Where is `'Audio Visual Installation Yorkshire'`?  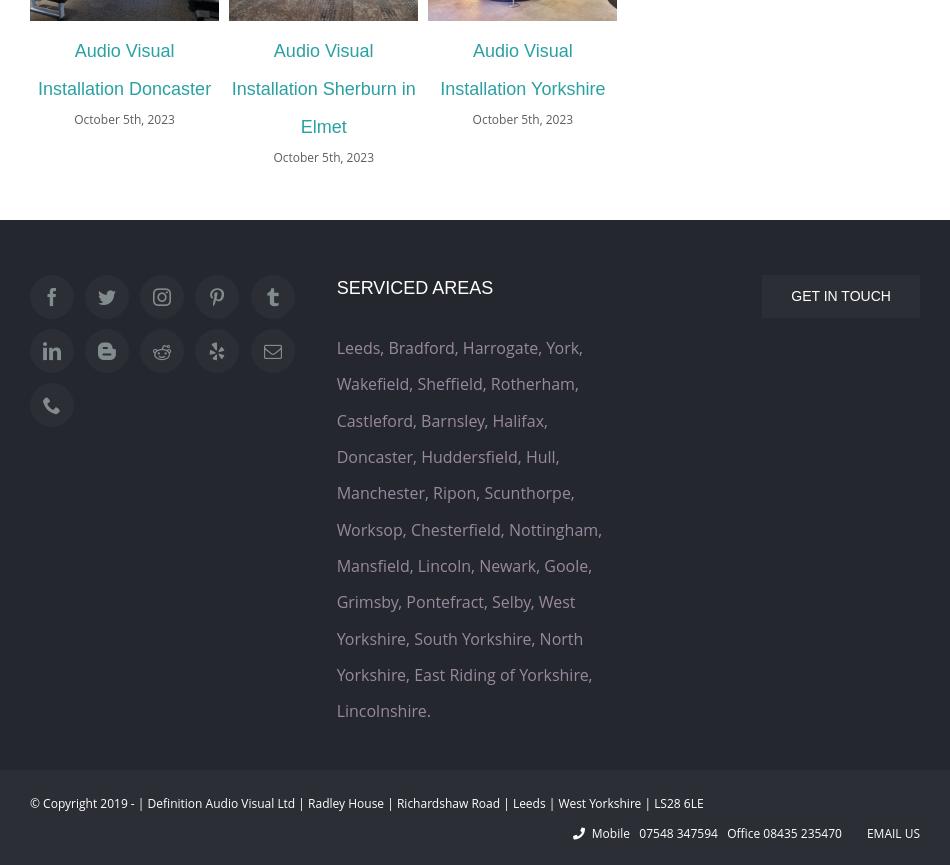
'Audio Visual Installation Yorkshire' is located at coordinates (439, 69).